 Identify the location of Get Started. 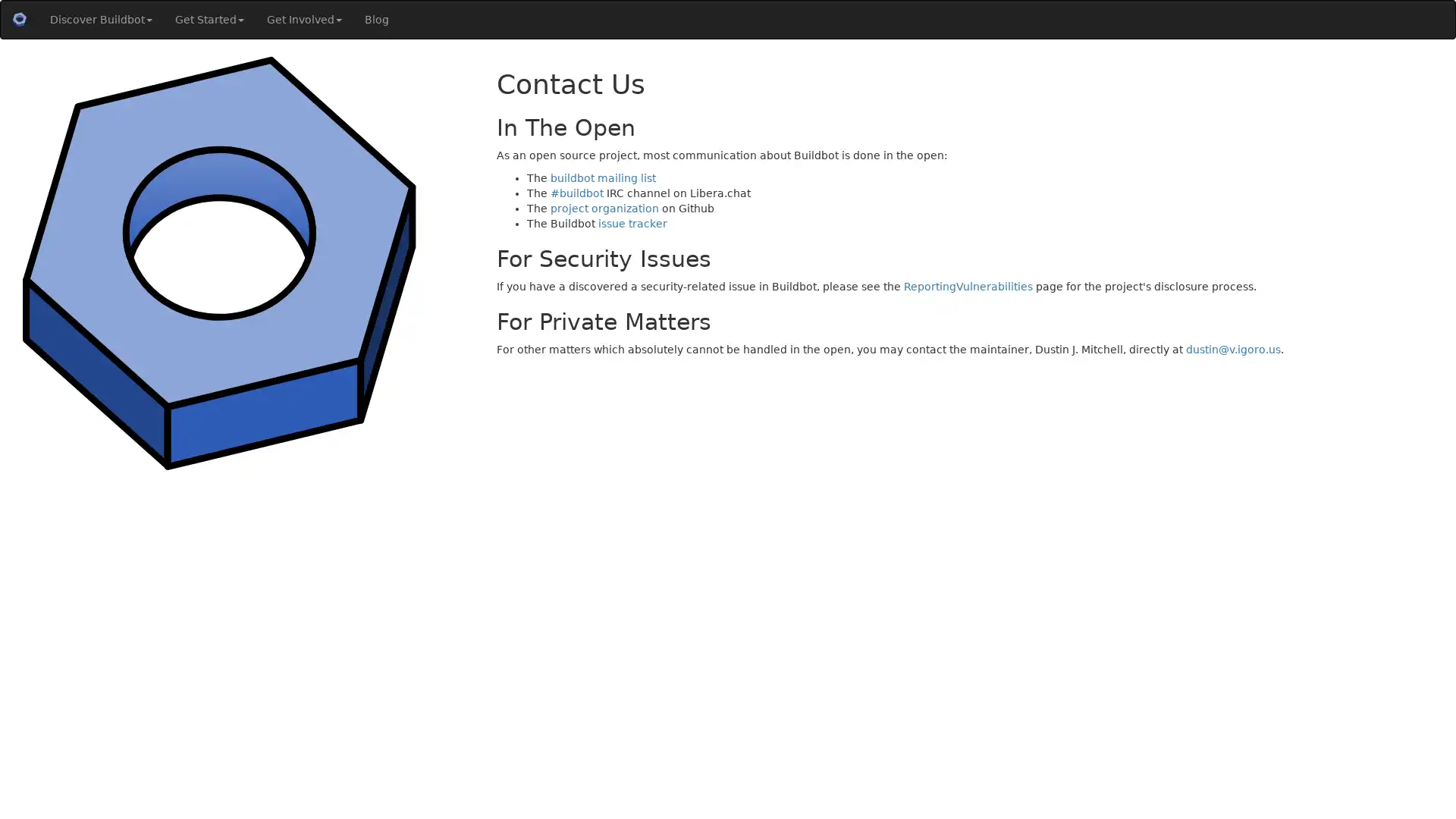
(209, 20).